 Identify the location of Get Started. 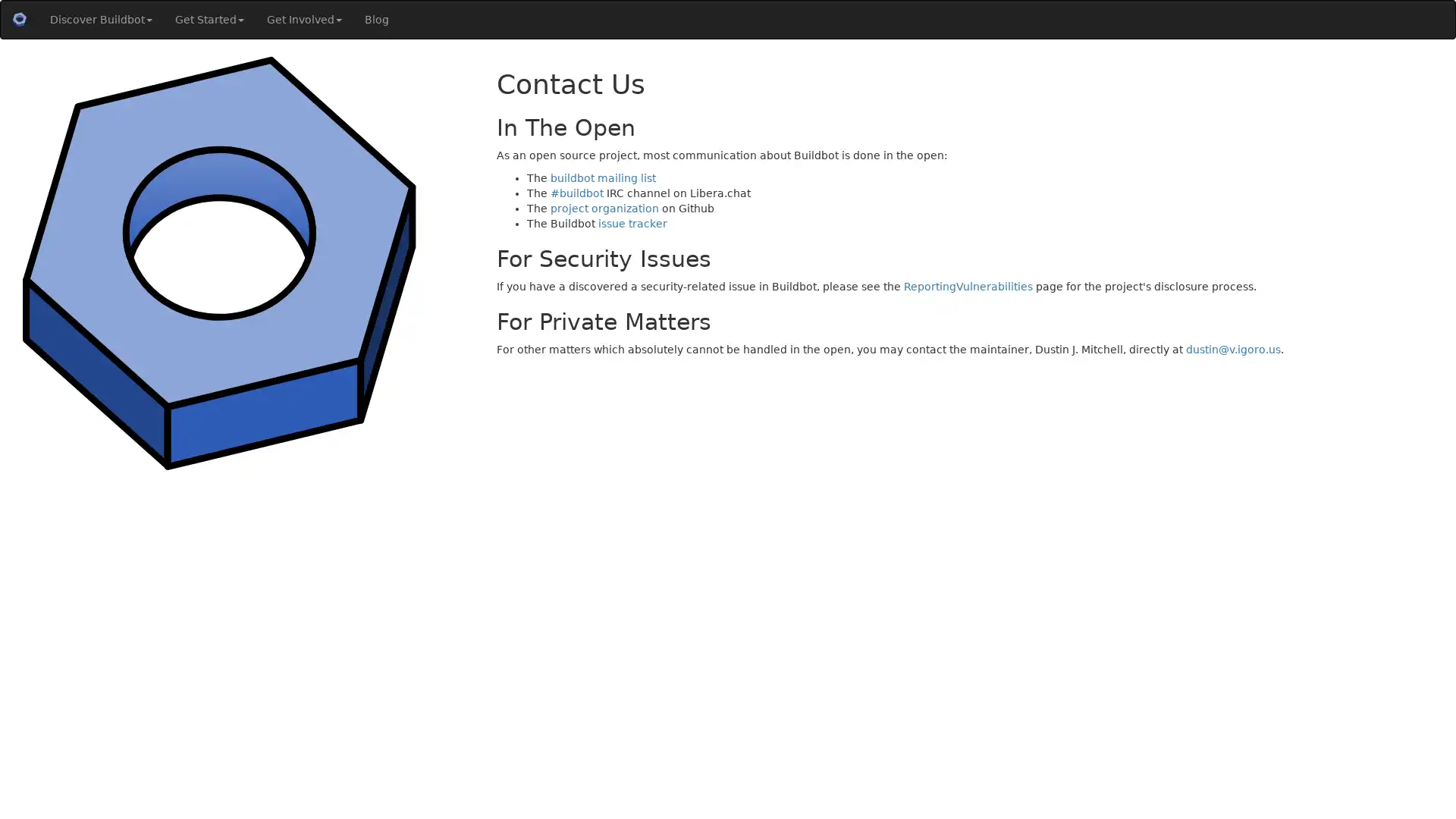
(209, 20).